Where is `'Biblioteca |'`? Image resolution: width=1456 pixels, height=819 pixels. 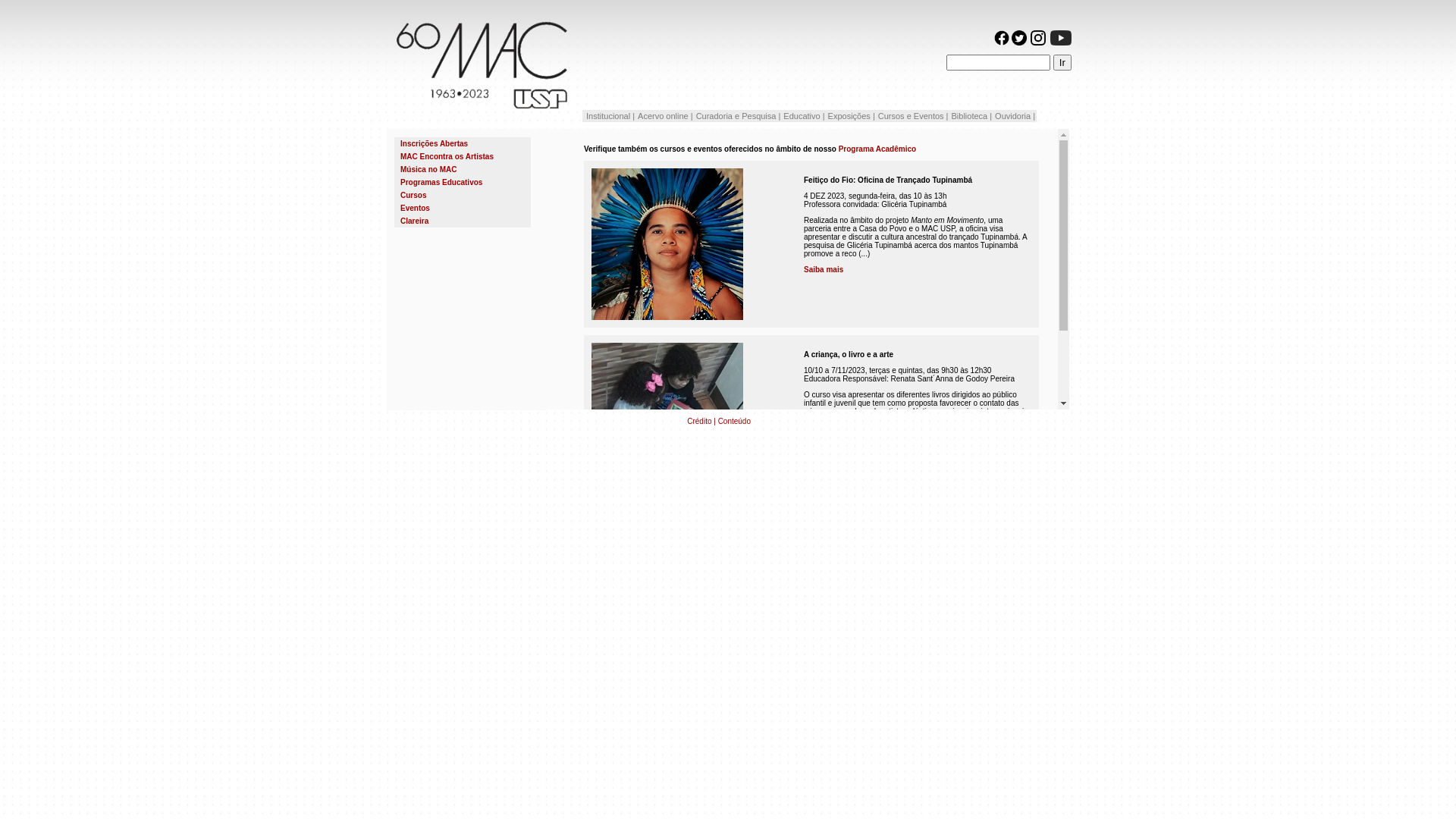 'Biblioteca |' is located at coordinates (971, 115).